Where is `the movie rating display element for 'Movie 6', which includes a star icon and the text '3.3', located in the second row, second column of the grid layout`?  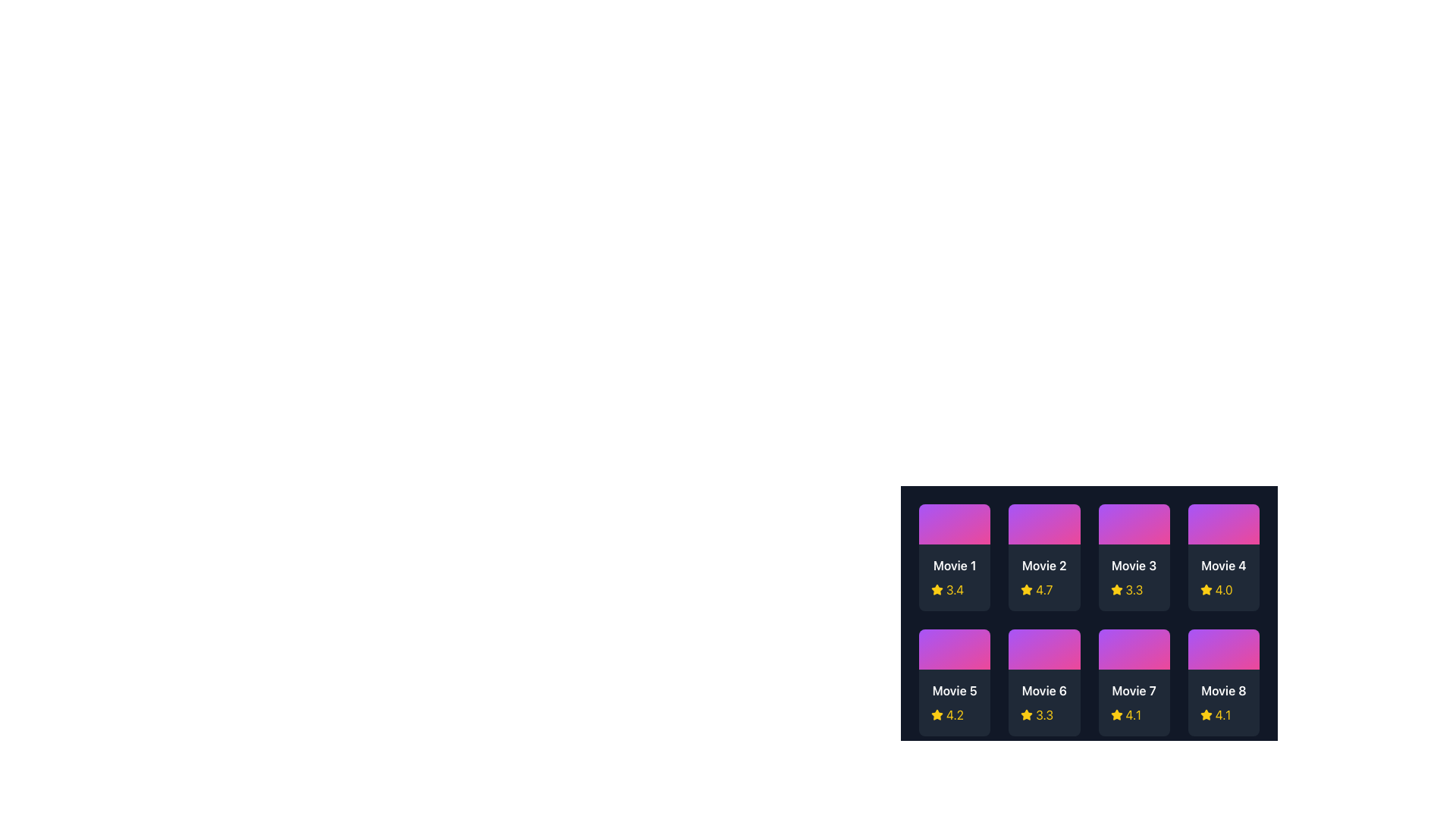 the movie rating display element for 'Movie 6', which includes a star icon and the text '3.3', located in the second row, second column of the grid layout is located at coordinates (1043, 715).